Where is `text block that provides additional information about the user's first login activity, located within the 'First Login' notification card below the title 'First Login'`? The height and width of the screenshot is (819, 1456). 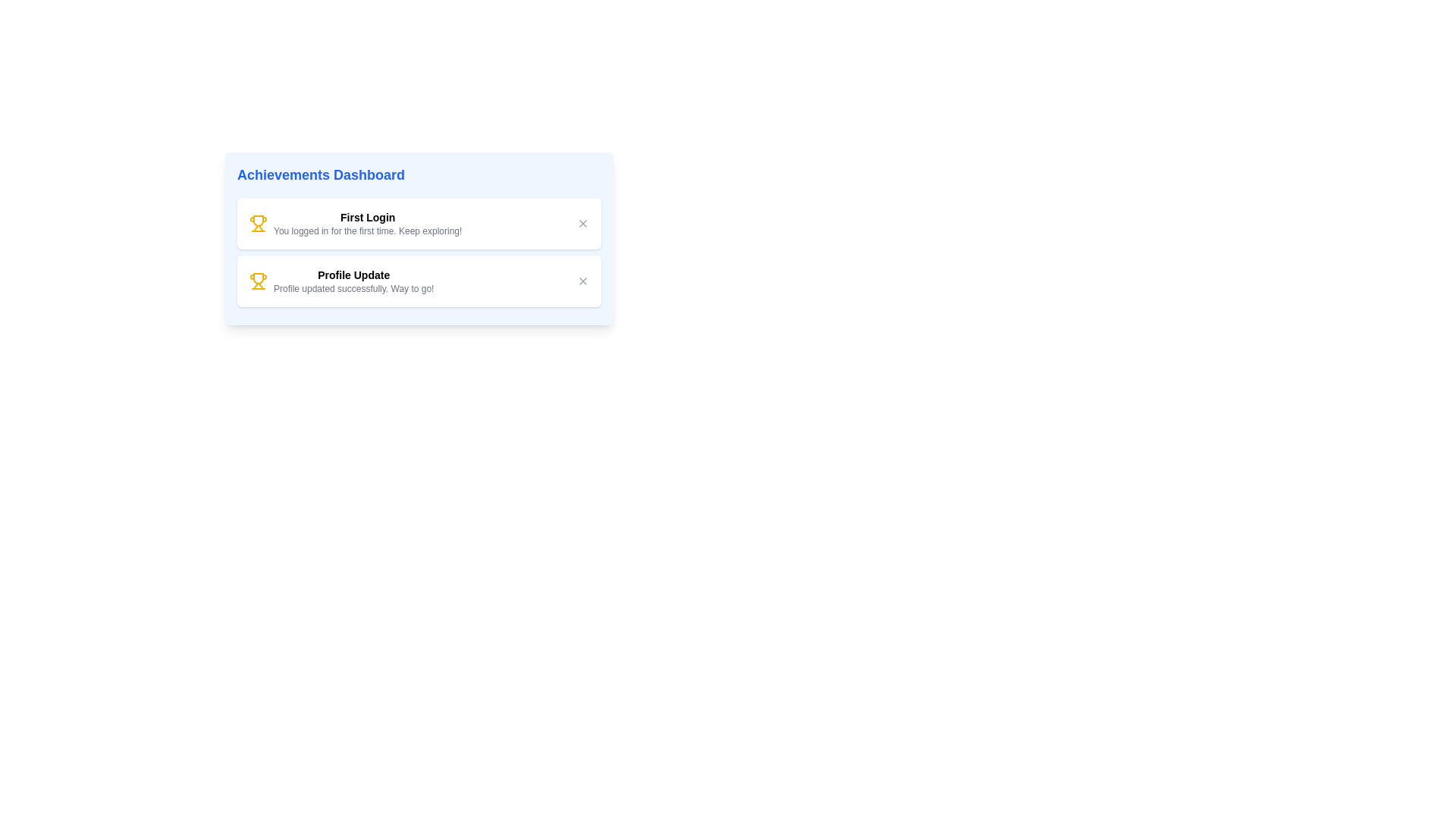
text block that provides additional information about the user's first login activity, located within the 'First Login' notification card below the title 'First Login' is located at coordinates (368, 231).